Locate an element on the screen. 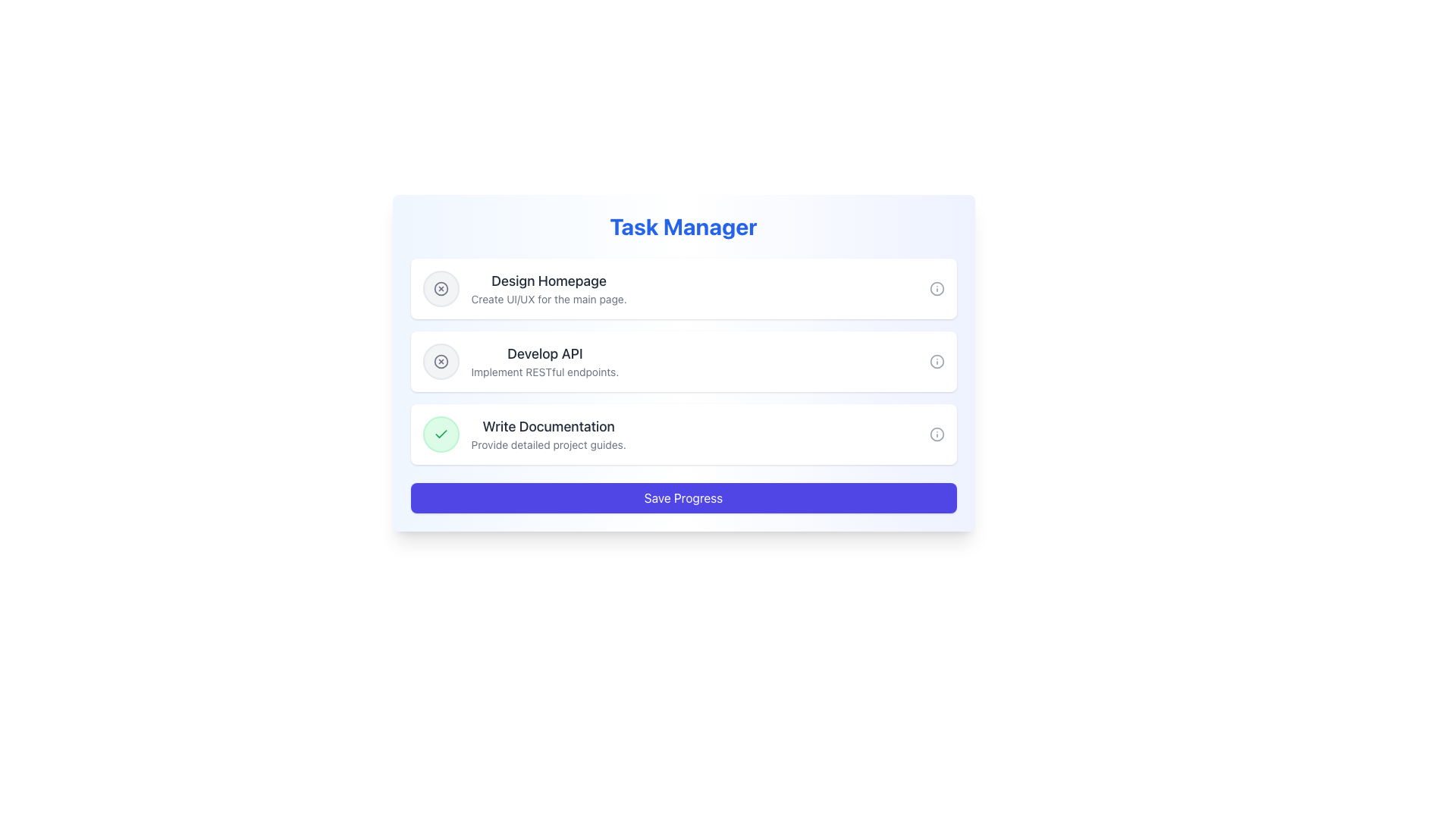 This screenshot has height=819, width=1456. the text element displaying the task title 'Develop API' and subtitle 'Implement RESTful endpoints', located in the middle task card of the vertical list is located at coordinates (520, 362).